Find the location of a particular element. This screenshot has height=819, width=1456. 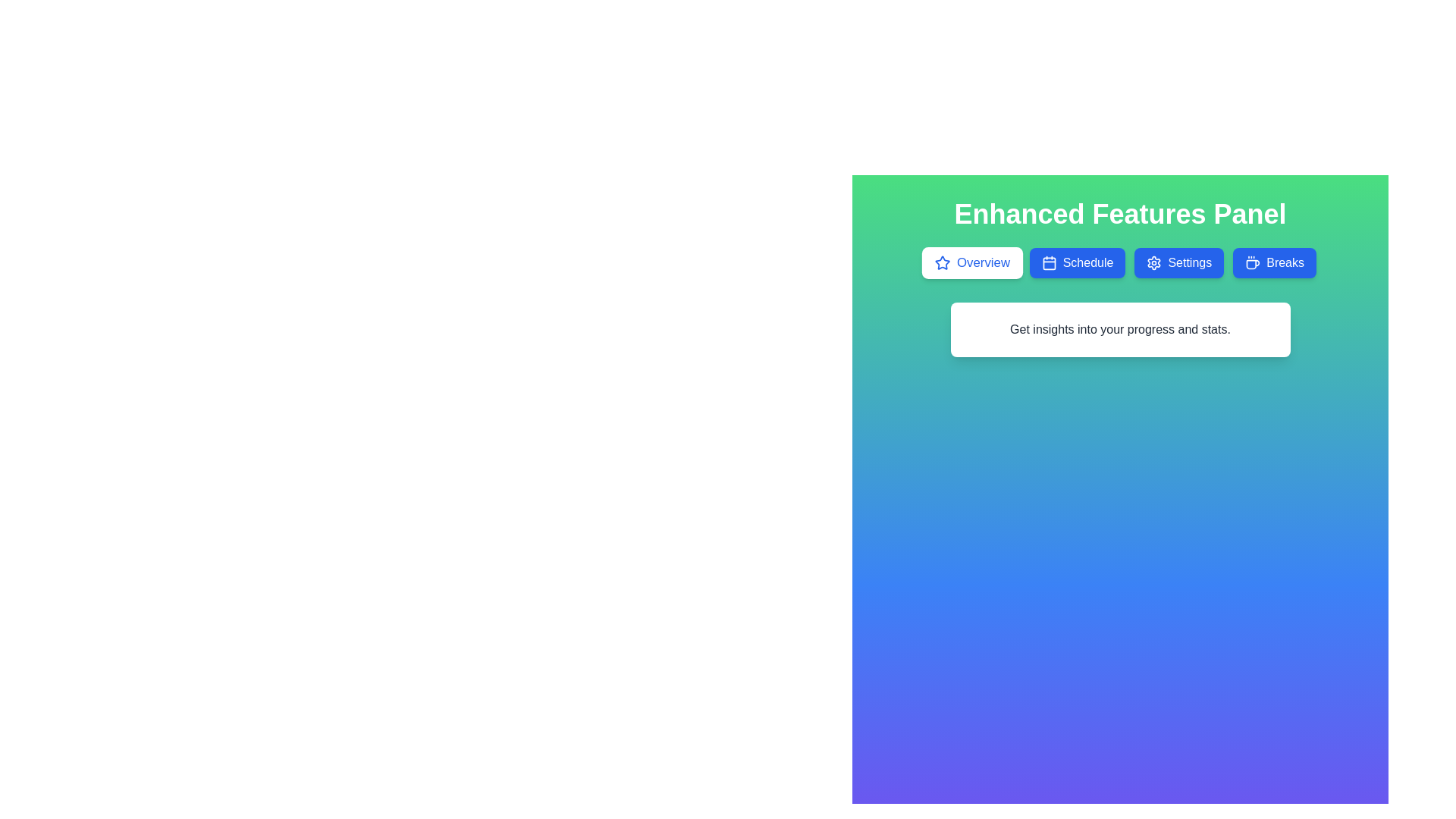

the blue rectangular button with rounded corners labeled 'Breaks', located under the 'Enhanced Features Panel' is located at coordinates (1274, 262).